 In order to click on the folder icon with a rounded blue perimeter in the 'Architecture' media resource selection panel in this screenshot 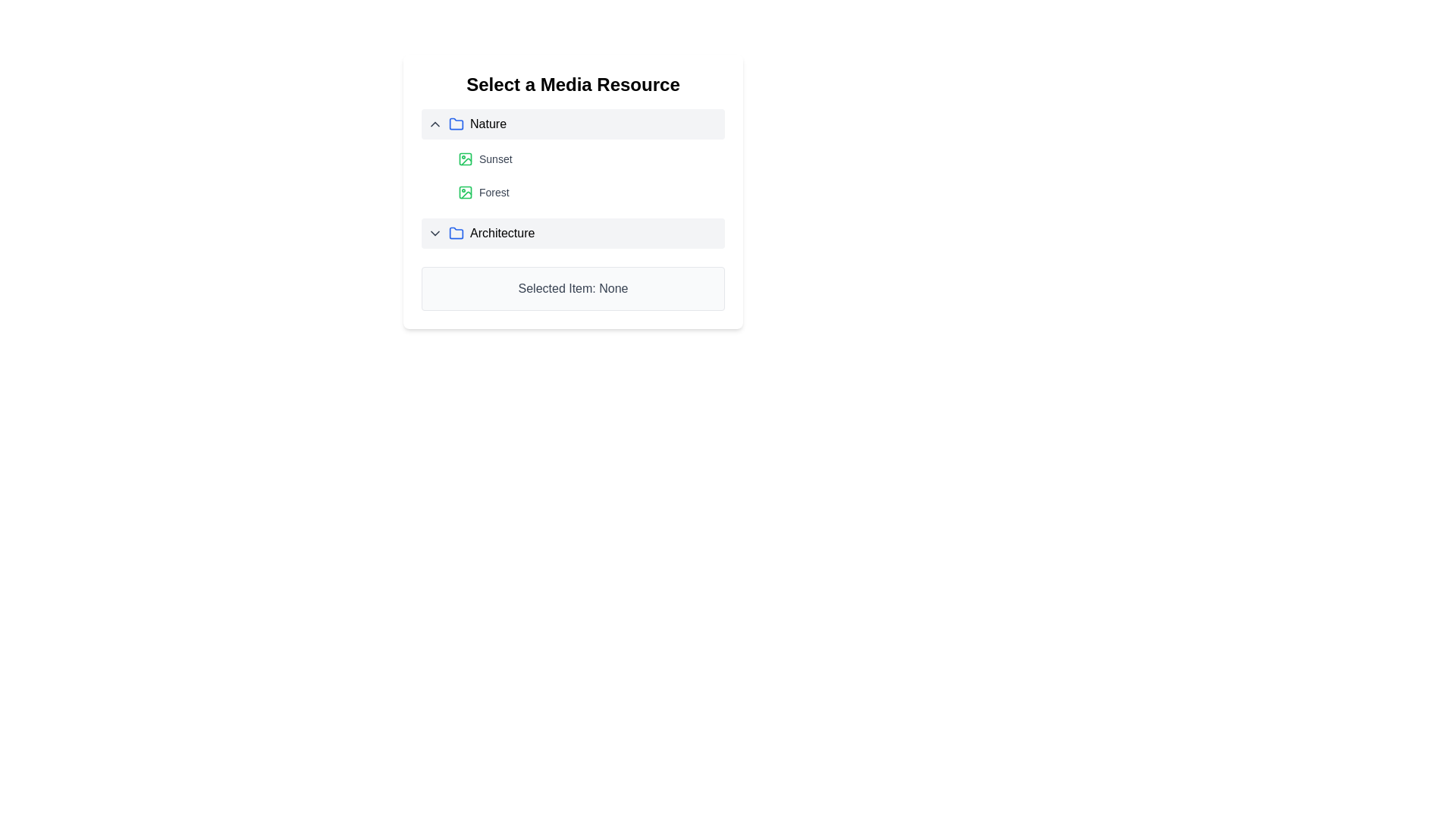, I will do `click(455, 234)`.